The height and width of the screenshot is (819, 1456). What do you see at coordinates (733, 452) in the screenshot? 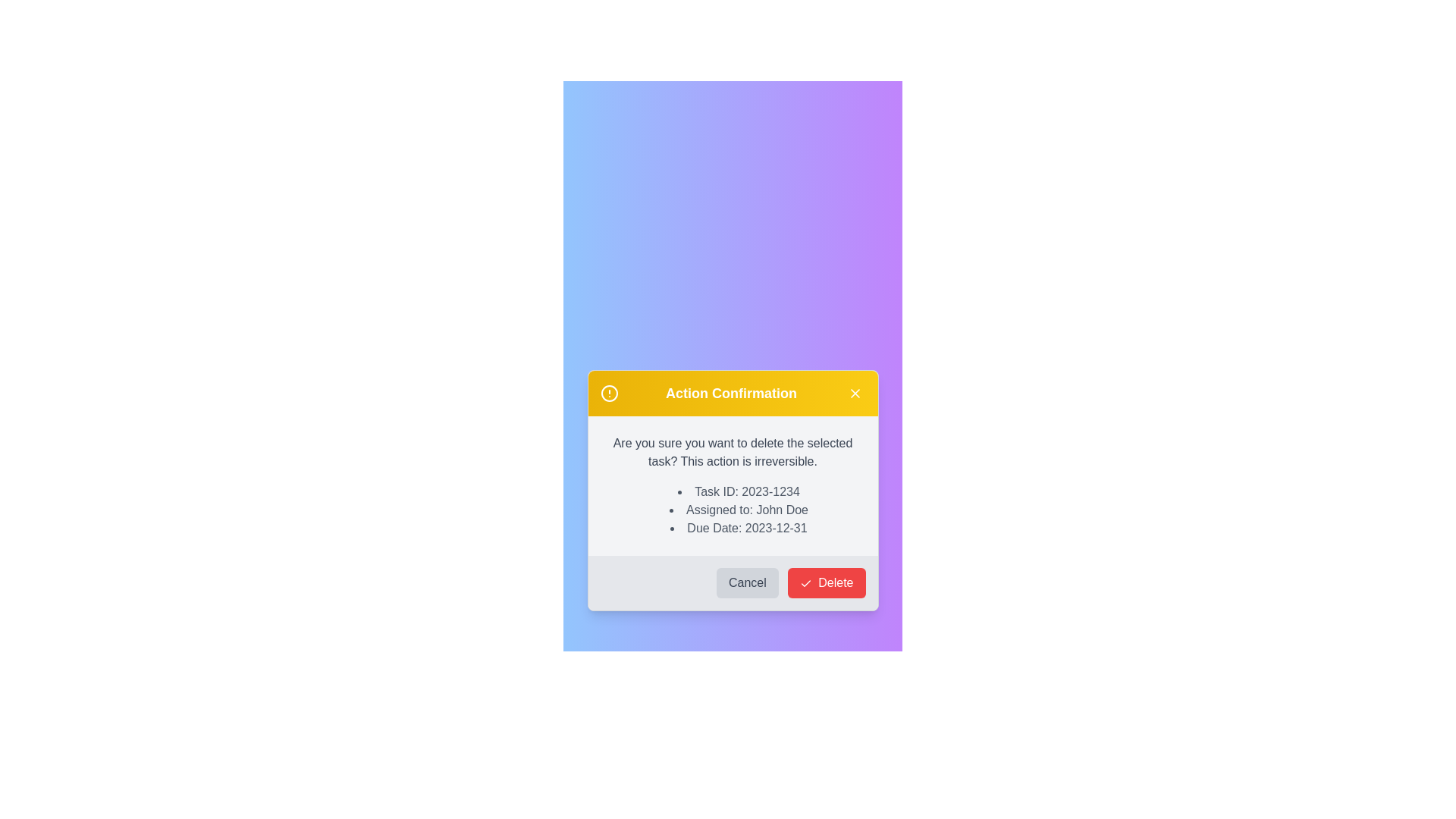
I see `the static text warning message that reads 'Are you sure you want to delete the selected task? This action is irreversible.'` at bounding box center [733, 452].